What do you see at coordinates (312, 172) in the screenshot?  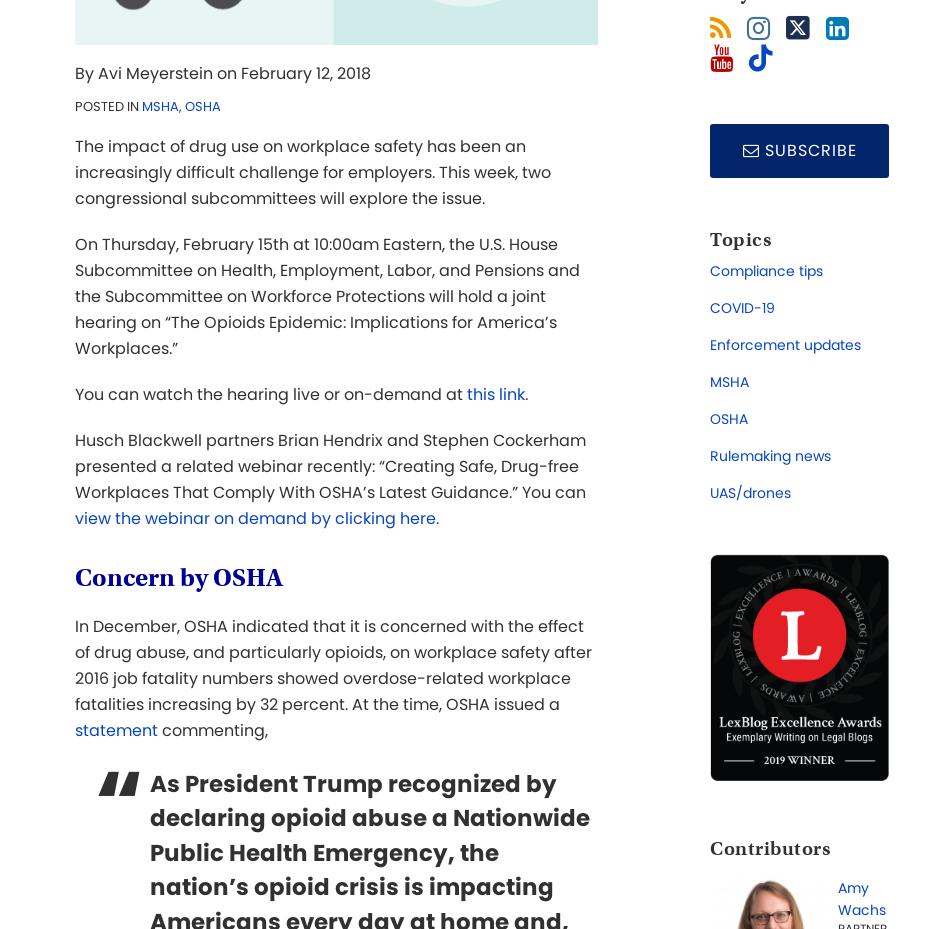 I see `'The impact of drug use on workplace safety has been an increasingly difficult challenge for employers. This week, two congressional subcommittees will explore the issue.'` at bounding box center [312, 172].